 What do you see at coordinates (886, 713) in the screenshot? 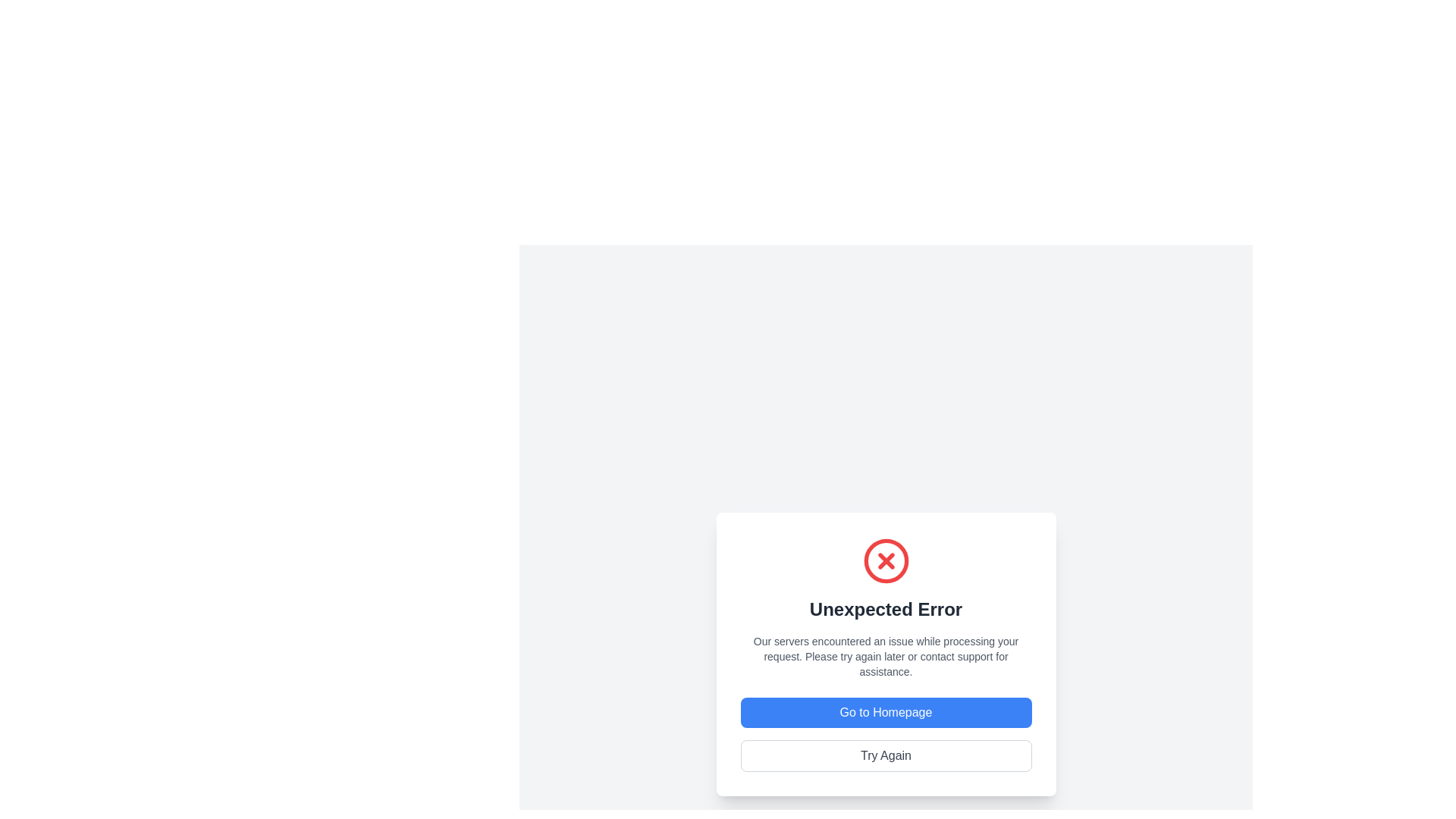
I see `the rectangular button with rounded corners and blue background labeled 'Go to Homepage'` at bounding box center [886, 713].